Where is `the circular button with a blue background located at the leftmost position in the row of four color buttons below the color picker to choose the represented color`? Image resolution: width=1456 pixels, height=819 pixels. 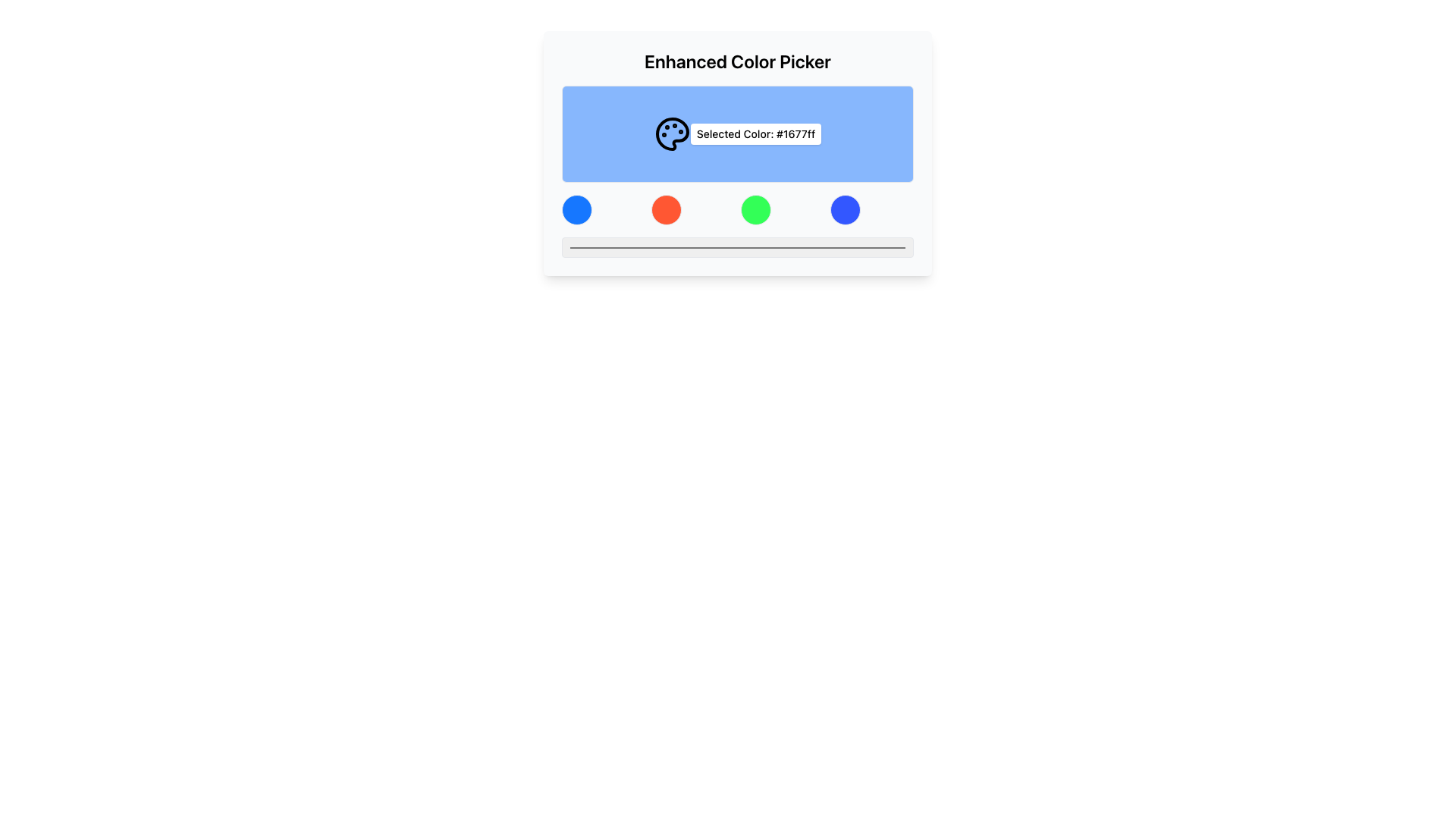 the circular button with a blue background located at the leftmost position in the row of four color buttons below the color picker to choose the represented color is located at coordinates (576, 210).